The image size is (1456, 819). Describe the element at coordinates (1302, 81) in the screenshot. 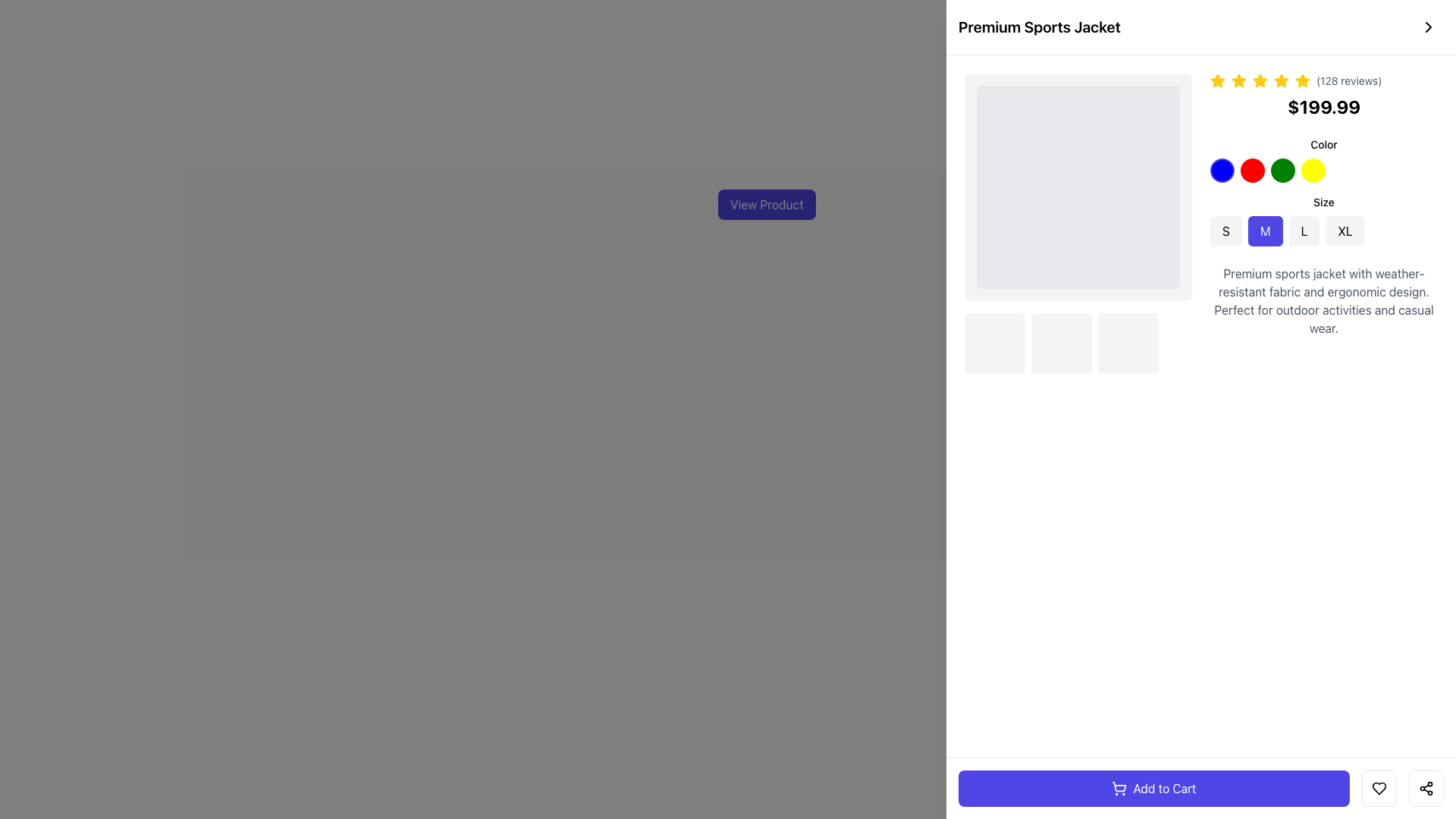

I see `the fifth yellow star icon, which represents the highest rating in a five-star rating system, positioned above the price '$199.99' and next to '(128 reviews)'` at that location.